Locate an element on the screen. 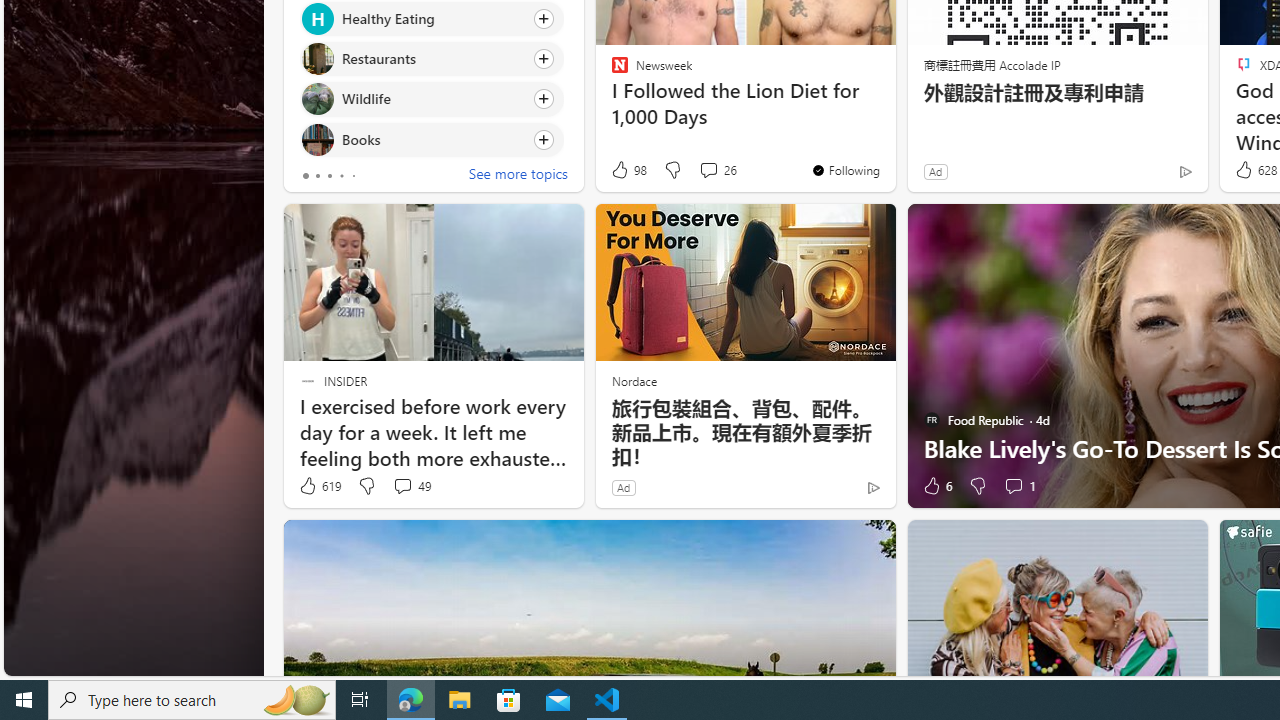  '6 Like' is located at coordinates (935, 486).